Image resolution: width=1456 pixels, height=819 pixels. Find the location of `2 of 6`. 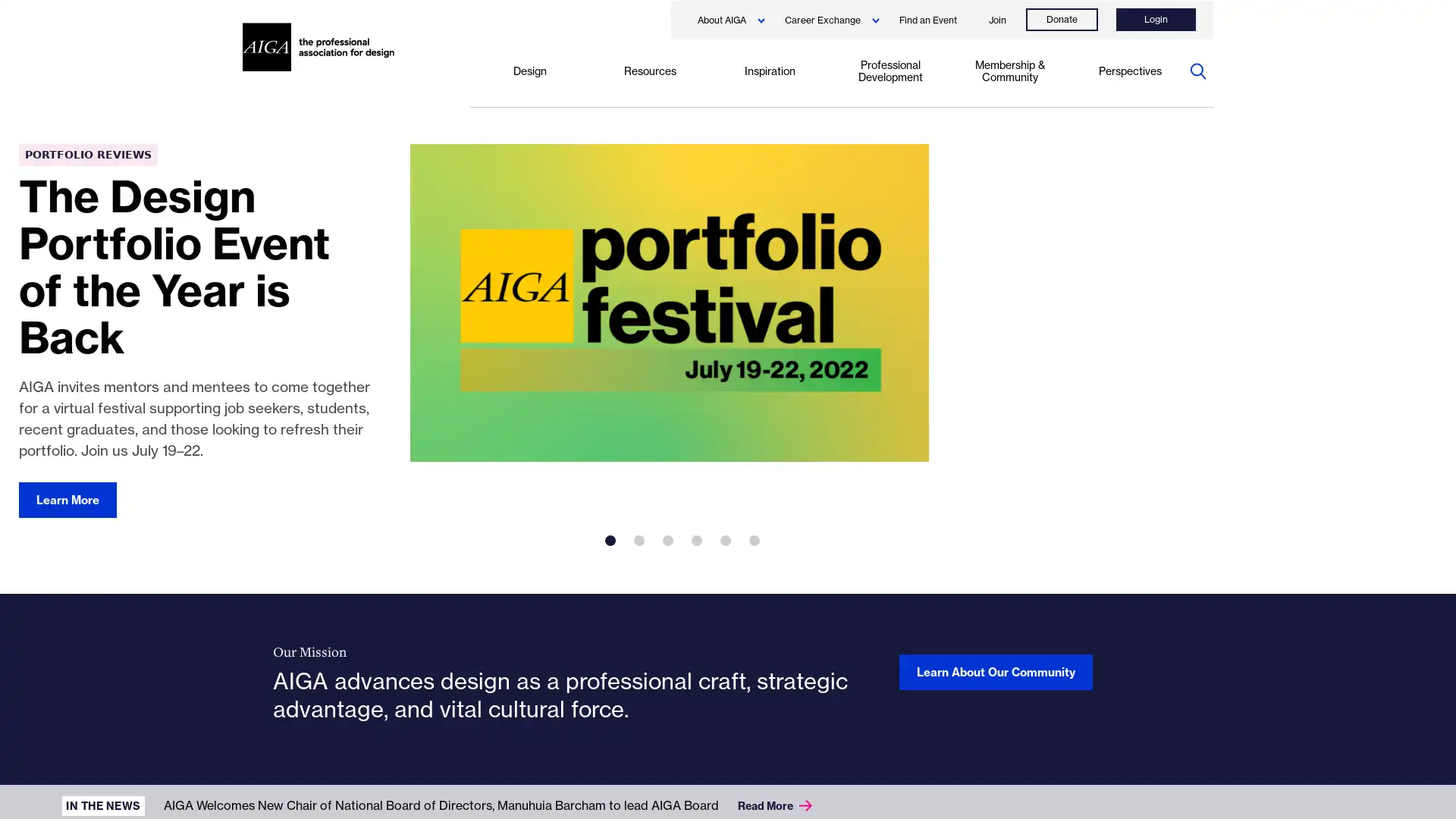

2 of 6 is located at coordinates (639, 540).